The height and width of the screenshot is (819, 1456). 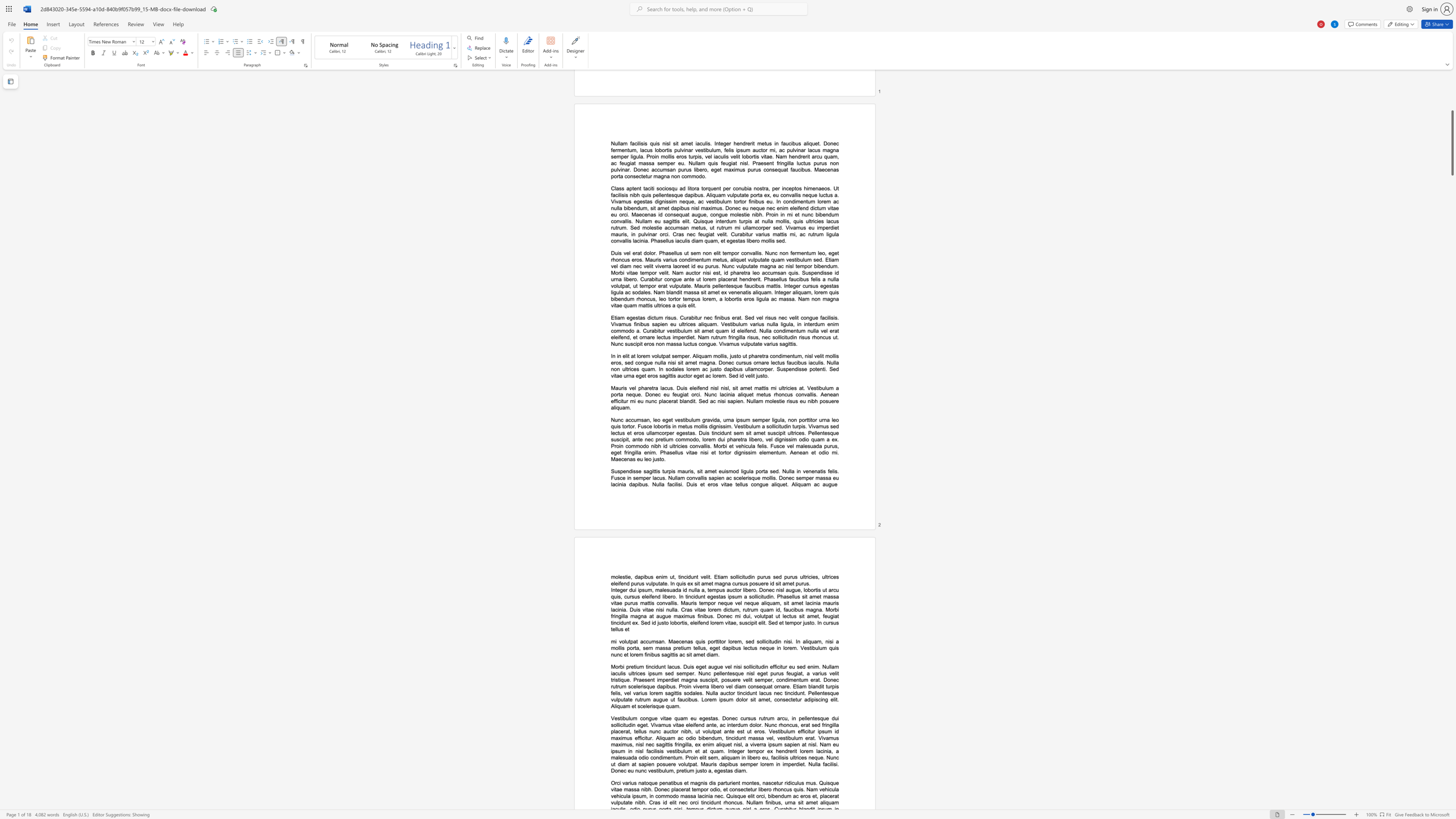 What do you see at coordinates (717, 770) in the screenshot?
I see `the subset text "gestas diam" within the text "Vestibulum congue vitae quam eu egestas. Donec cursus rutrum arcu, in pellentesque dui sollicitudin eget. Vivamus vitae eleifend ante, ac interdum dolor. Nunc rhoncus, erat sed fringilla placerat, tellus nunc auctor nibh, ut volutpat ante est ut eros. Vestibulum efficitur ipsum id maximus efficitur. Aliquam ac odio bibendum, tincidunt massa vel, vestibulum erat. Vivamus maximus, nisl nec sagittis fringilla, ex enim aliquet nisl, a viverra ipsum sapien at nisl. Nam eu ipsum in nisl facilisis vestibulum et at quam. Integer tempor ex hendrerit lorem lacinia, a malesuada odio condimentum. Proin elit sem, aliquam in libero eu, facilisis ultrices neque. Nunc ut diam at sapien posuere volutpat. Mauris dapibus semper lorem in imperdiet. Nulla facilisi. Donec eu nunc vestibulum, pretium justo a, egestas diam."` at bounding box center [717, 770].